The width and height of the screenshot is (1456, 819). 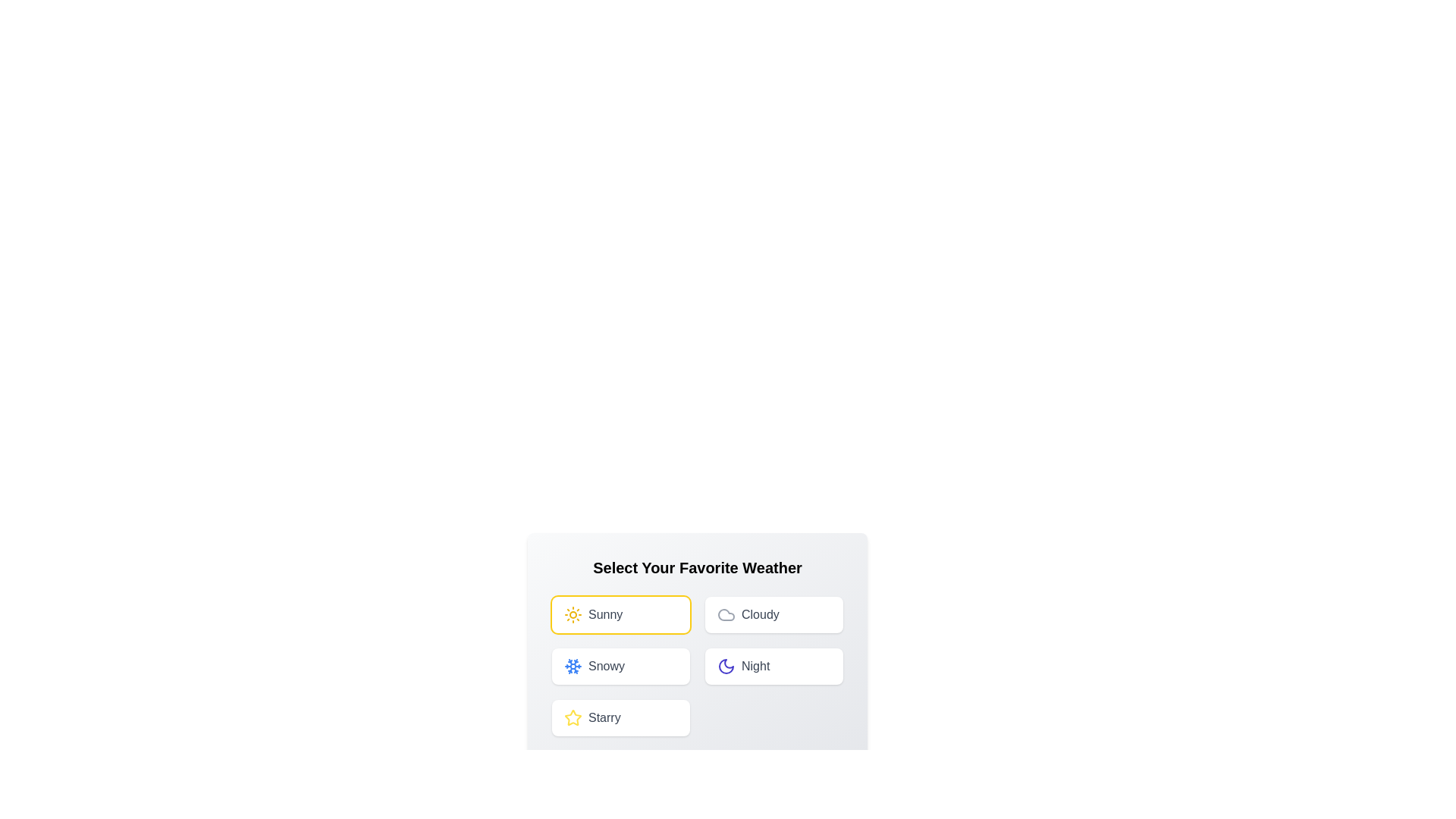 What do you see at coordinates (774, 666) in the screenshot?
I see `the 'Night' button in the weather selection interface` at bounding box center [774, 666].